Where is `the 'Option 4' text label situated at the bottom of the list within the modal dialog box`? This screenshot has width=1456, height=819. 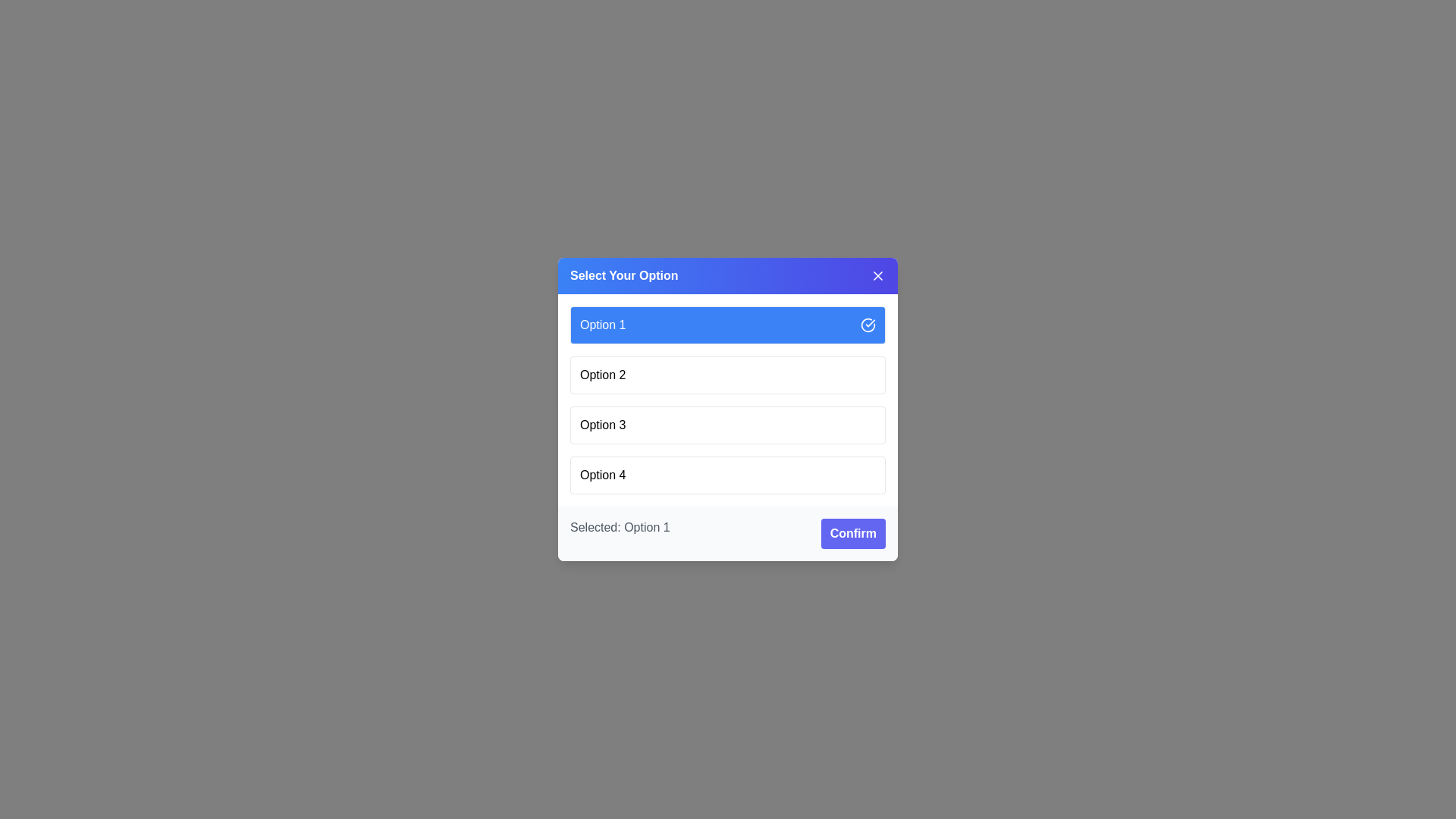
the 'Option 4' text label situated at the bottom of the list within the modal dialog box is located at coordinates (602, 475).